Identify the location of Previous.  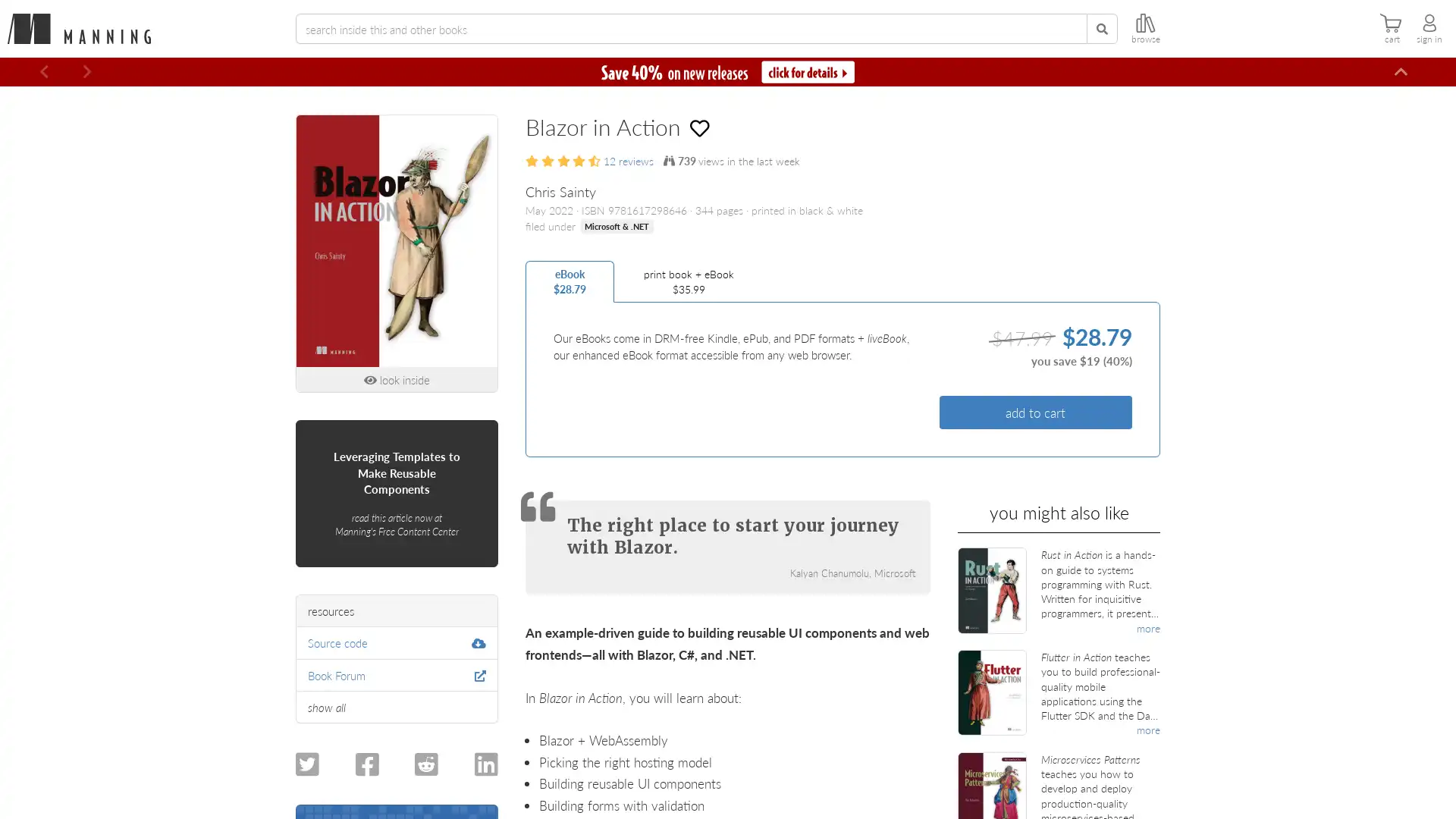
(44, 72).